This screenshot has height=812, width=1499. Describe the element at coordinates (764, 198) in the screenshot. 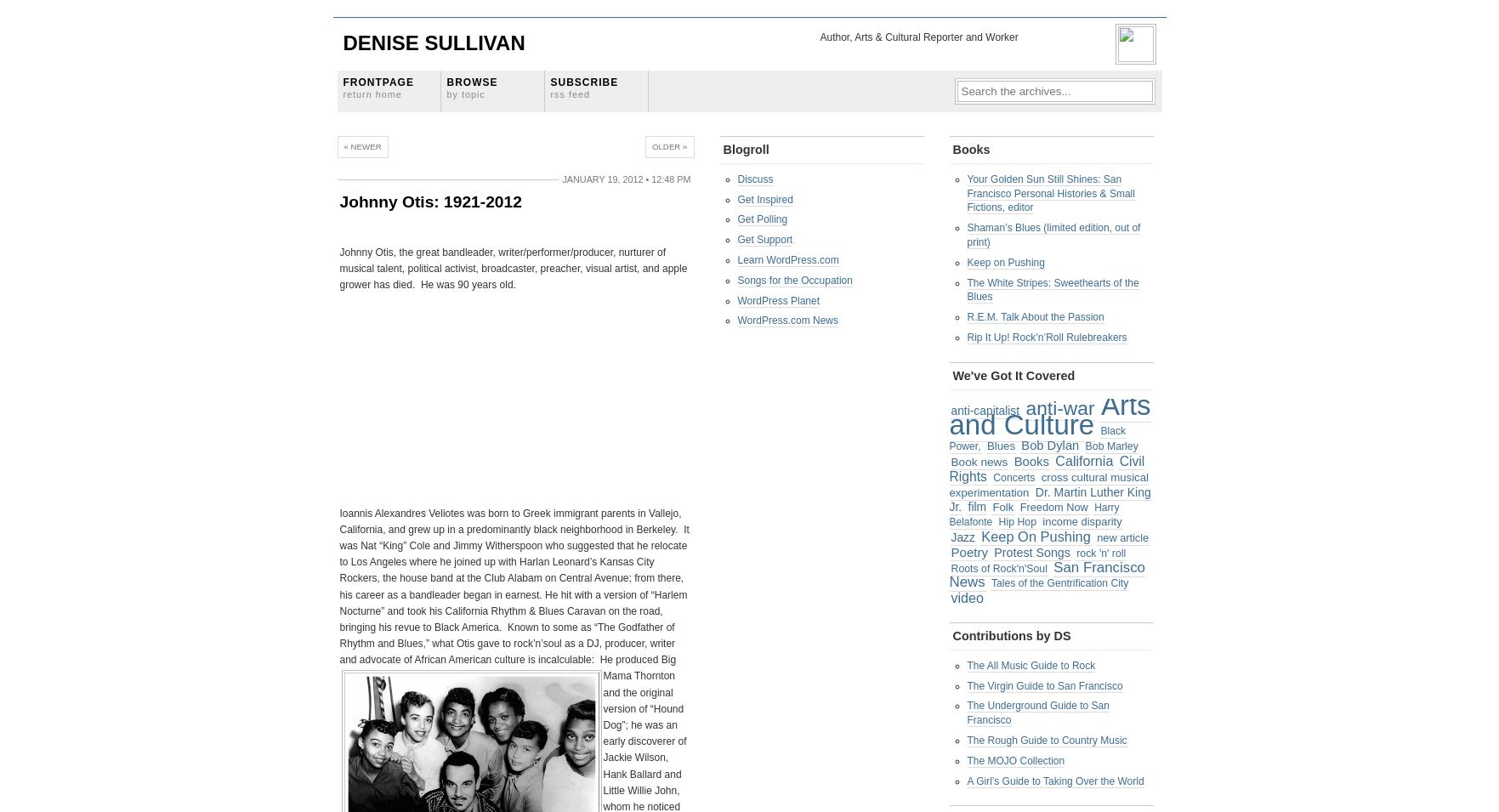

I see `'Get Inspired'` at that location.